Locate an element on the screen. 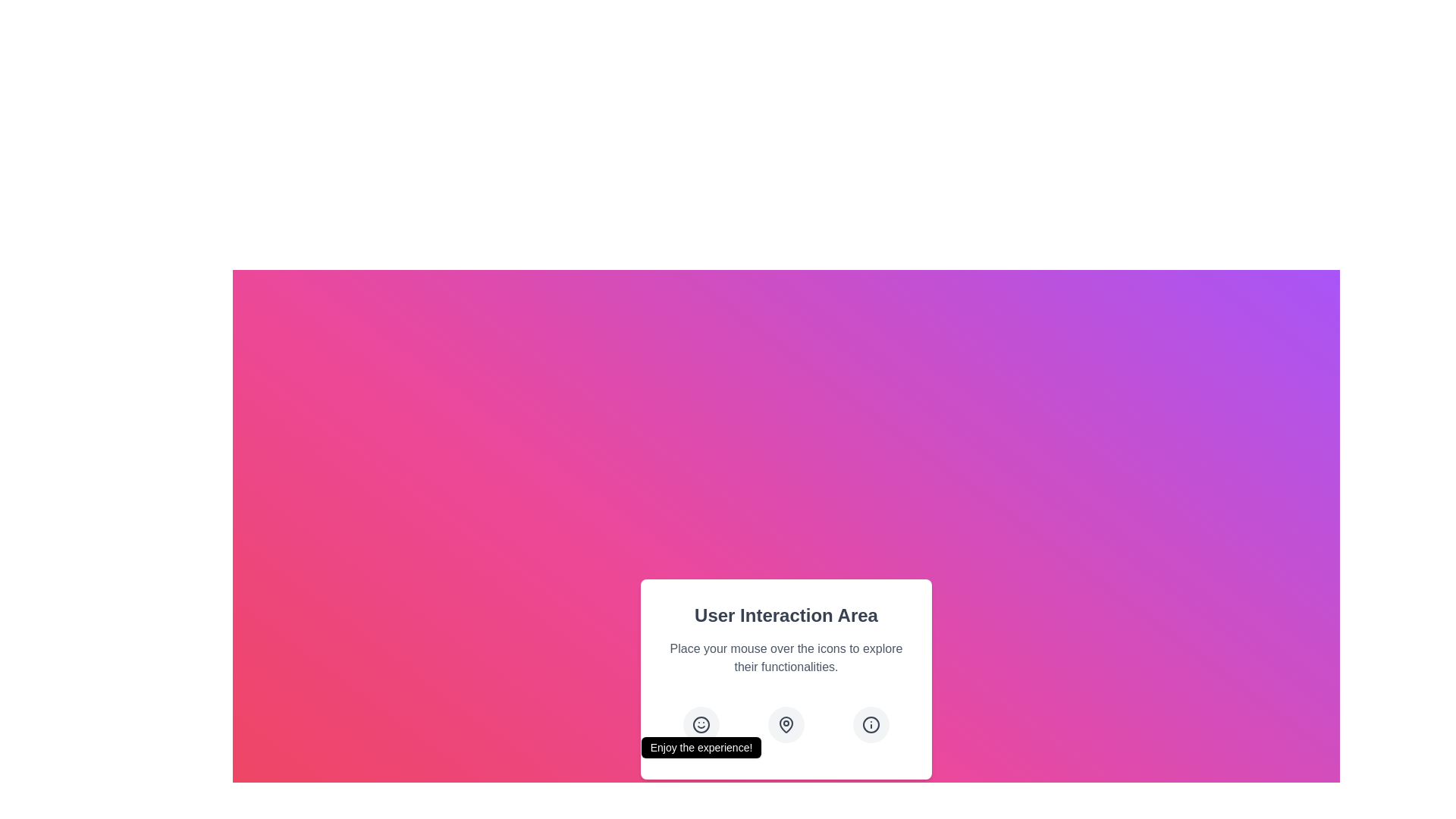  the circular information button with a light gray background located in the lower-right corner of the User Interaction Area panel is located at coordinates (871, 724).